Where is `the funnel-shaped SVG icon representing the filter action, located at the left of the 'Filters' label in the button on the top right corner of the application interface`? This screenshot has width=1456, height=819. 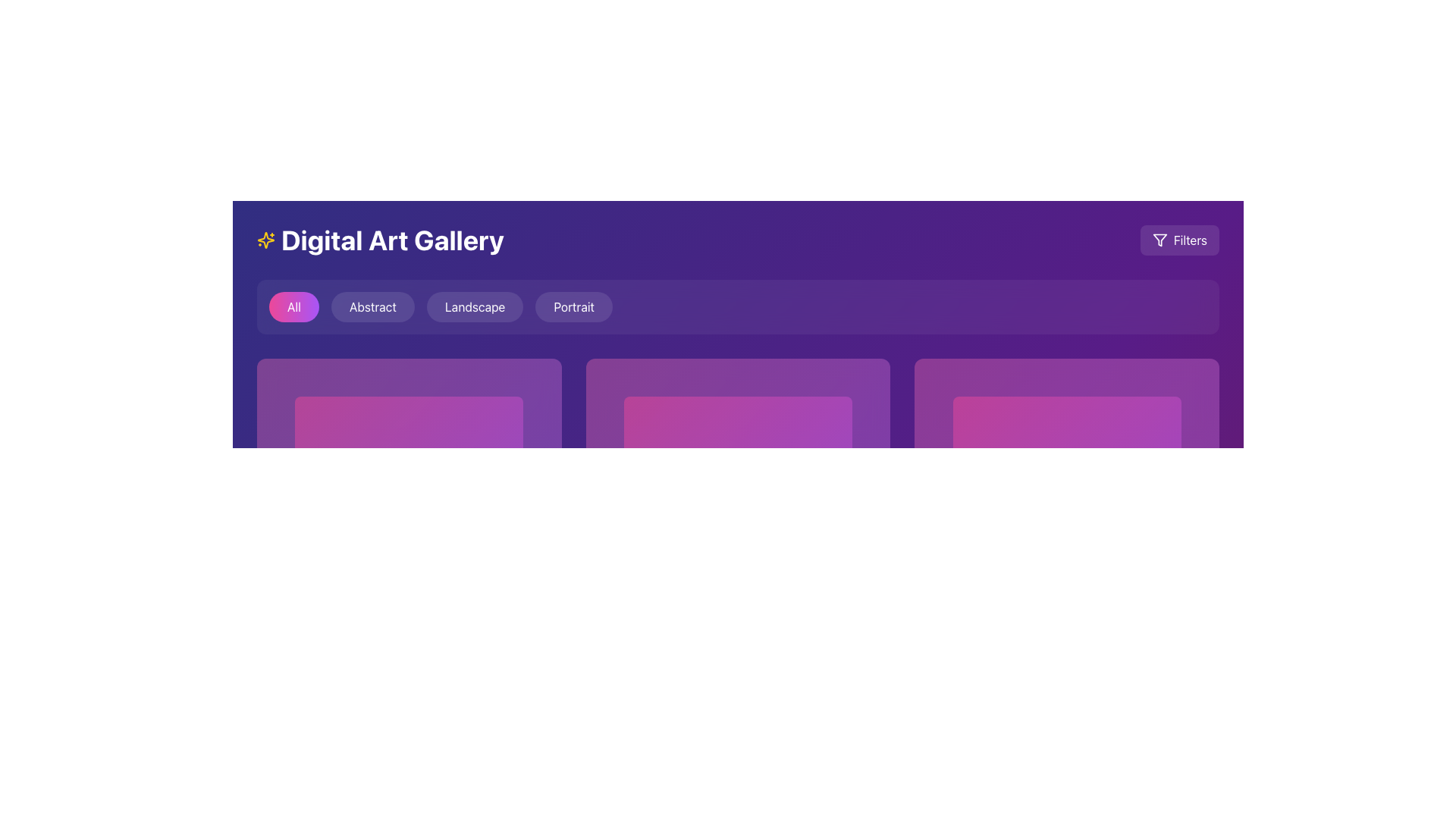
the funnel-shaped SVG icon representing the filter action, located at the left of the 'Filters' label in the button on the top right corner of the application interface is located at coordinates (1159, 239).